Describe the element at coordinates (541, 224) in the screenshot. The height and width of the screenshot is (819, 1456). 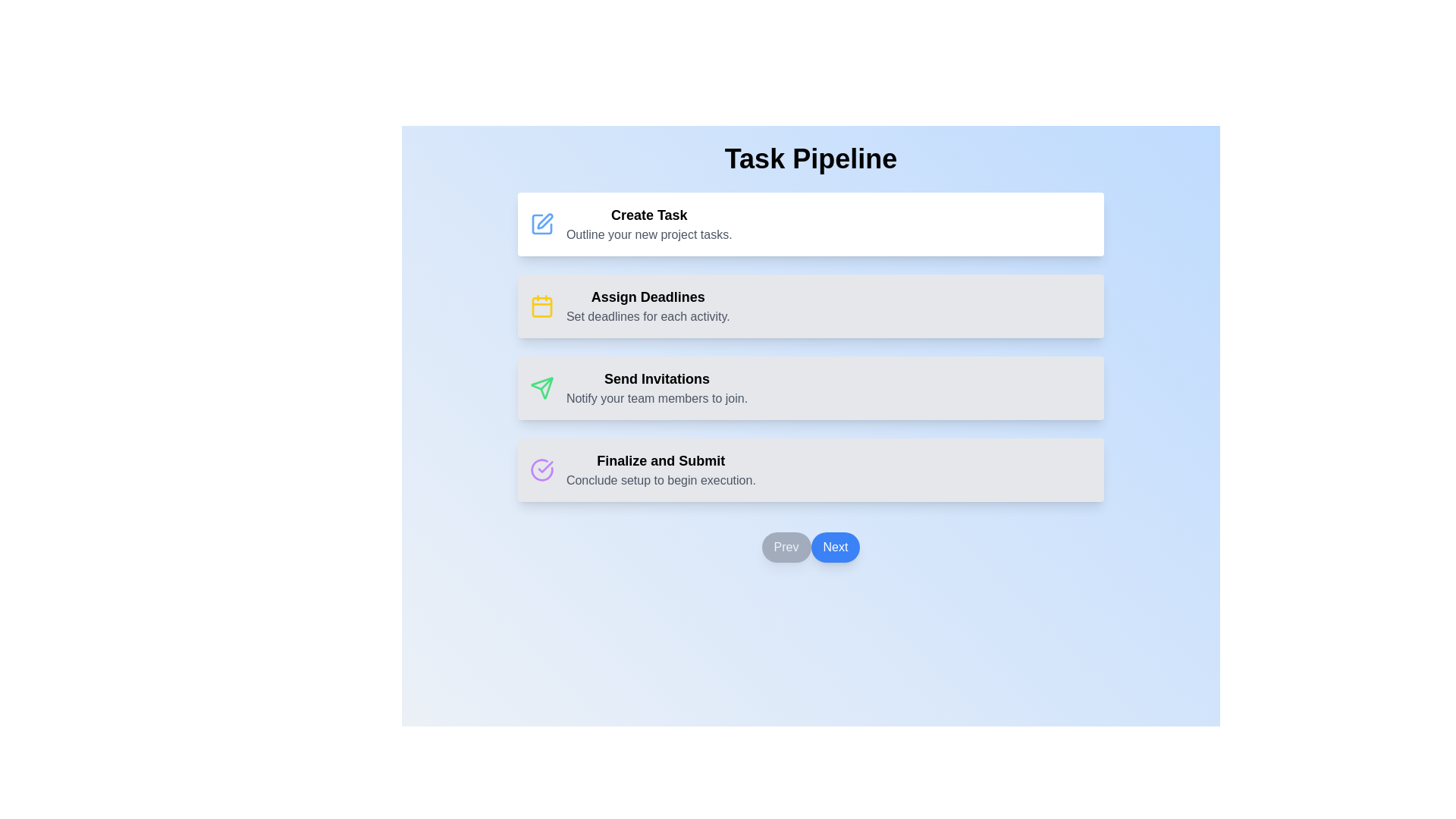
I see `the icon located in the top-left corner of the white card containing the 'Create Task' heading, which is the first entry of a vertical group of options` at that location.